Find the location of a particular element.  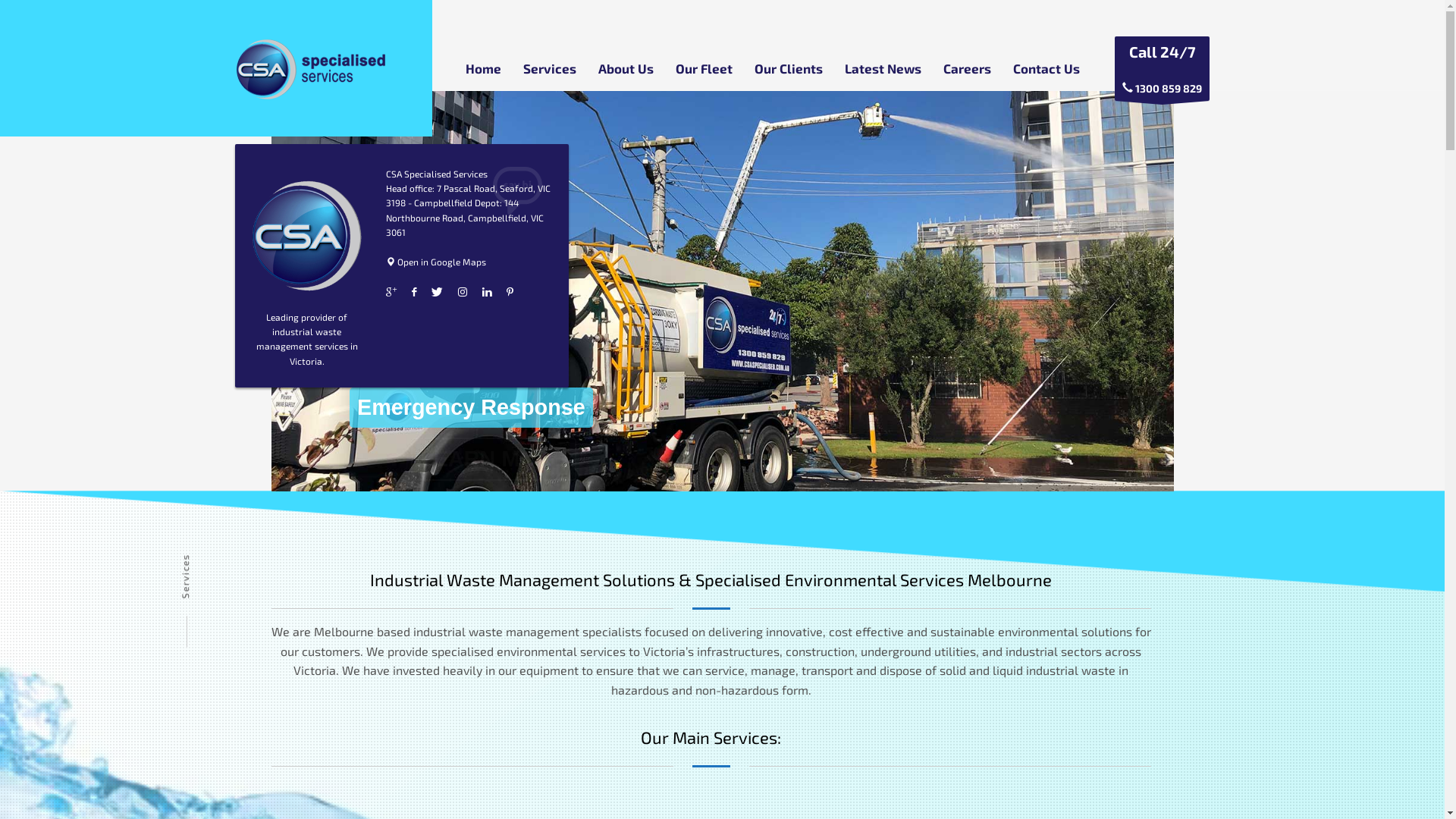

'Latest News' is located at coordinates (883, 67).